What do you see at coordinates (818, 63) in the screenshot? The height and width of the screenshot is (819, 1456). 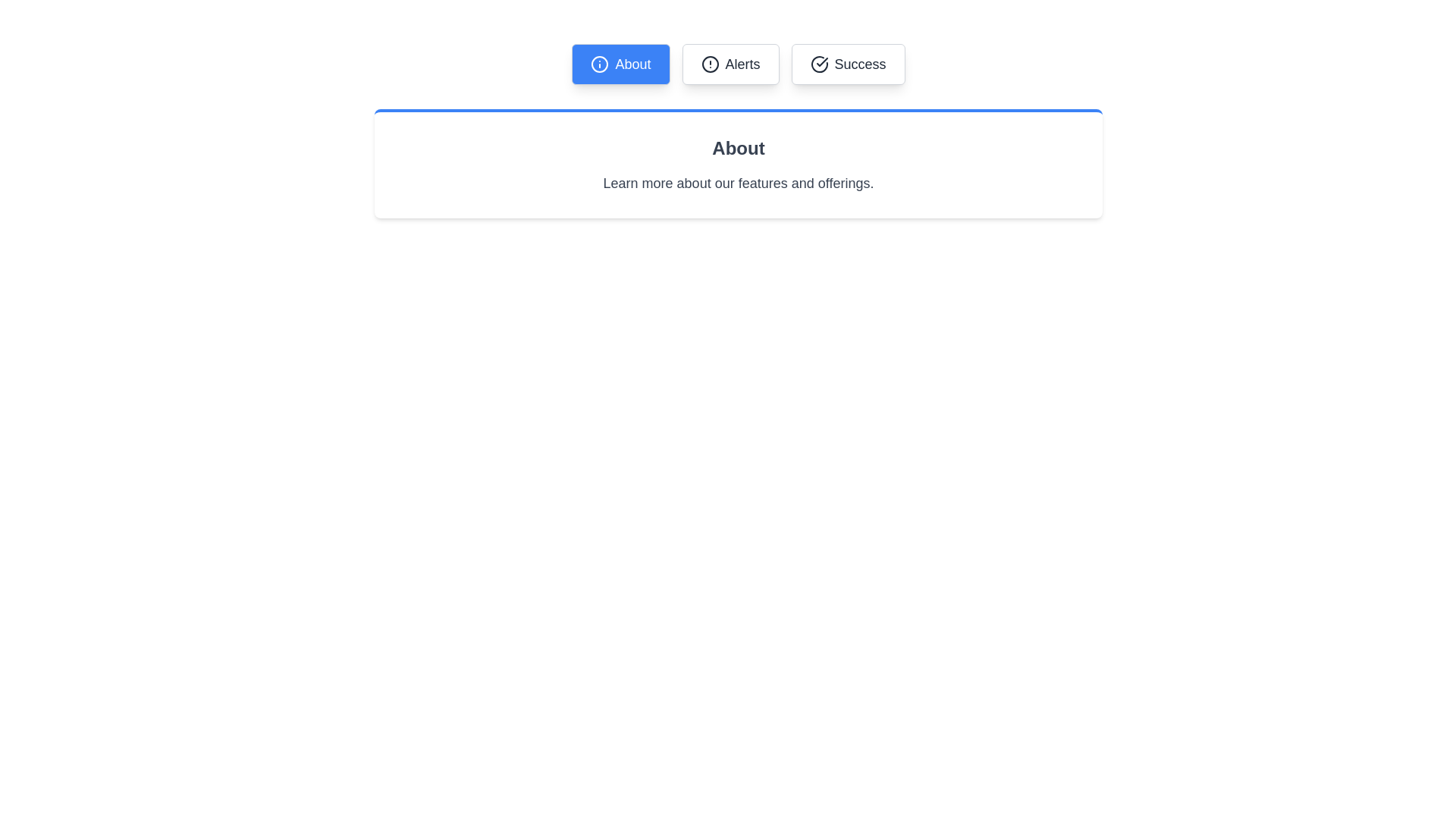 I see `the success status icon located to the left of the 'Success' text` at bounding box center [818, 63].